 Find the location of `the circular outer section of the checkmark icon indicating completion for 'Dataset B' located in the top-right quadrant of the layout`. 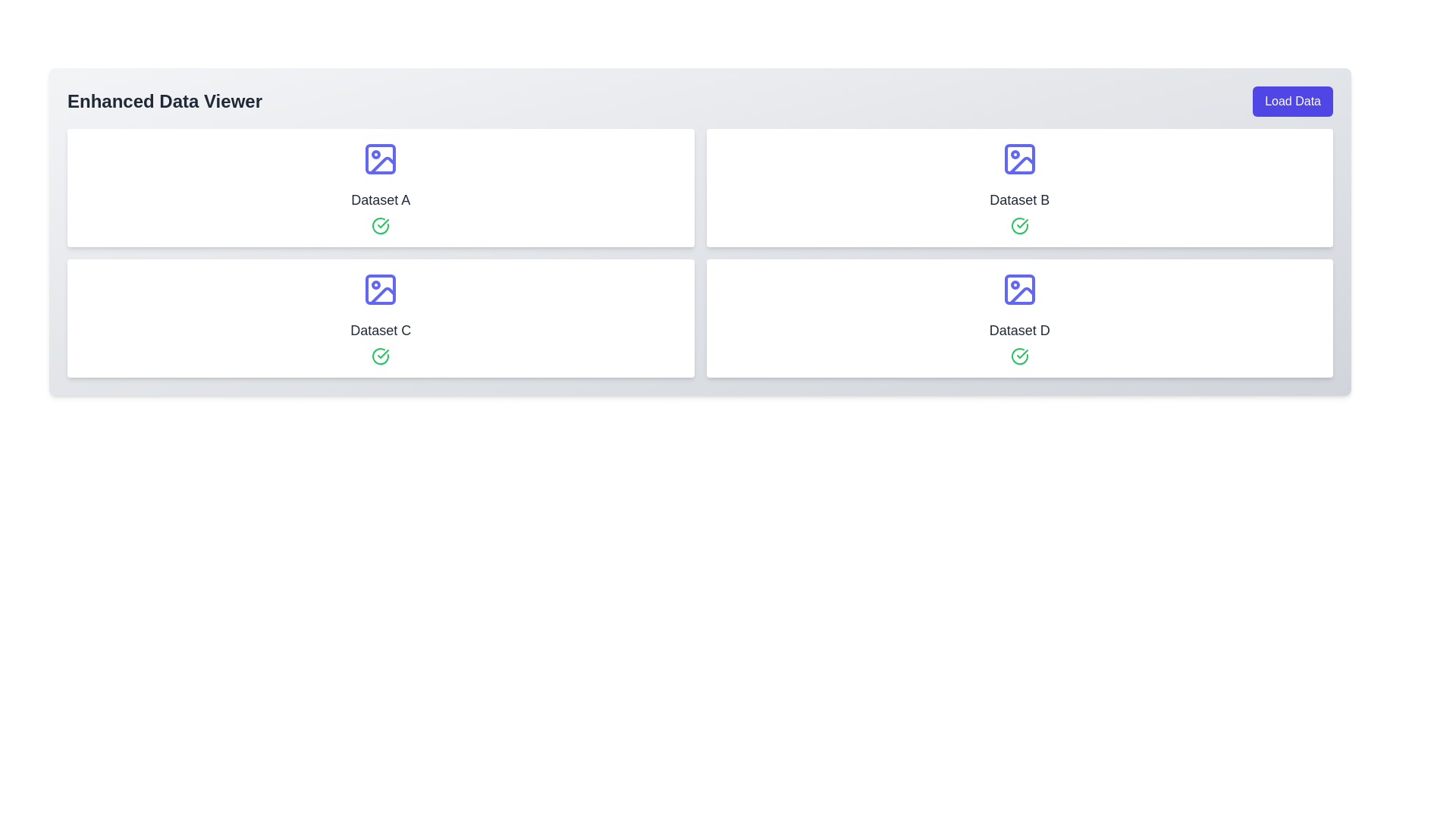

the circular outer section of the checkmark icon indicating completion for 'Dataset B' located in the top-right quadrant of the layout is located at coordinates (1019, 225).